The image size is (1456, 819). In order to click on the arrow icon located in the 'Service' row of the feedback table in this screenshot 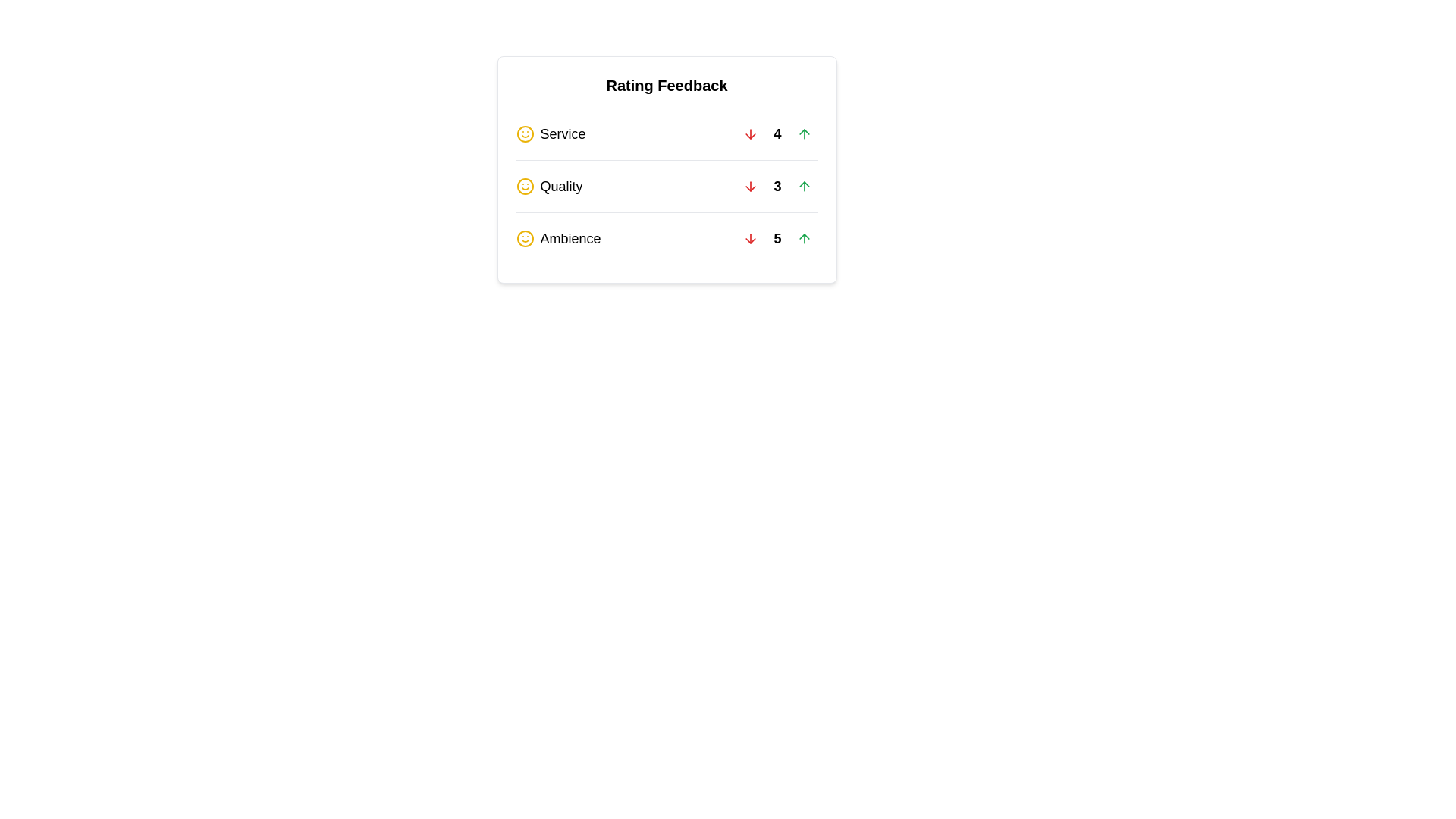, I will do `click(751, 133)`.